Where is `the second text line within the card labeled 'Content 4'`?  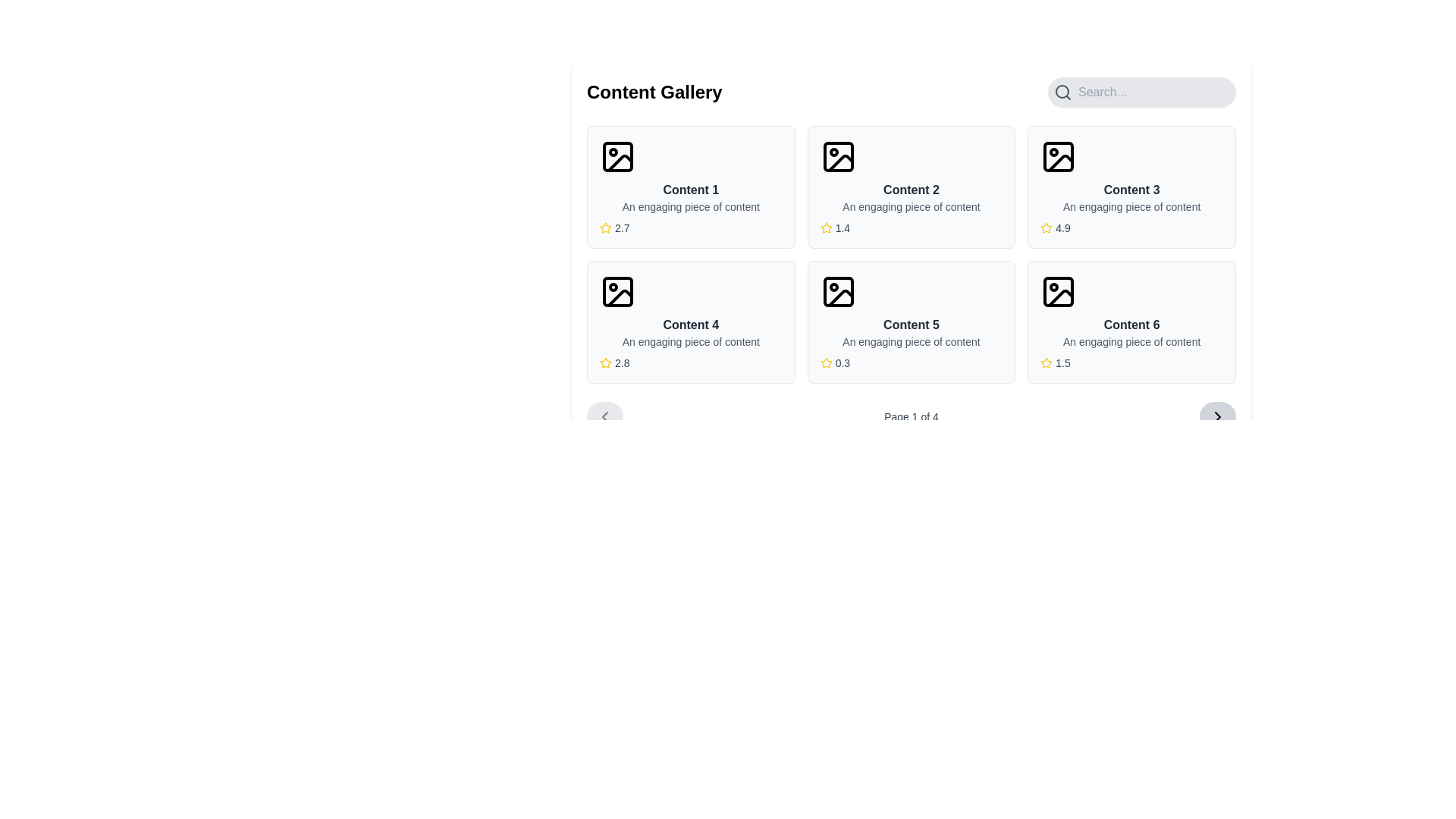 the second text line within the card labeled 'Content 4' is located at coordinates (690, 342).